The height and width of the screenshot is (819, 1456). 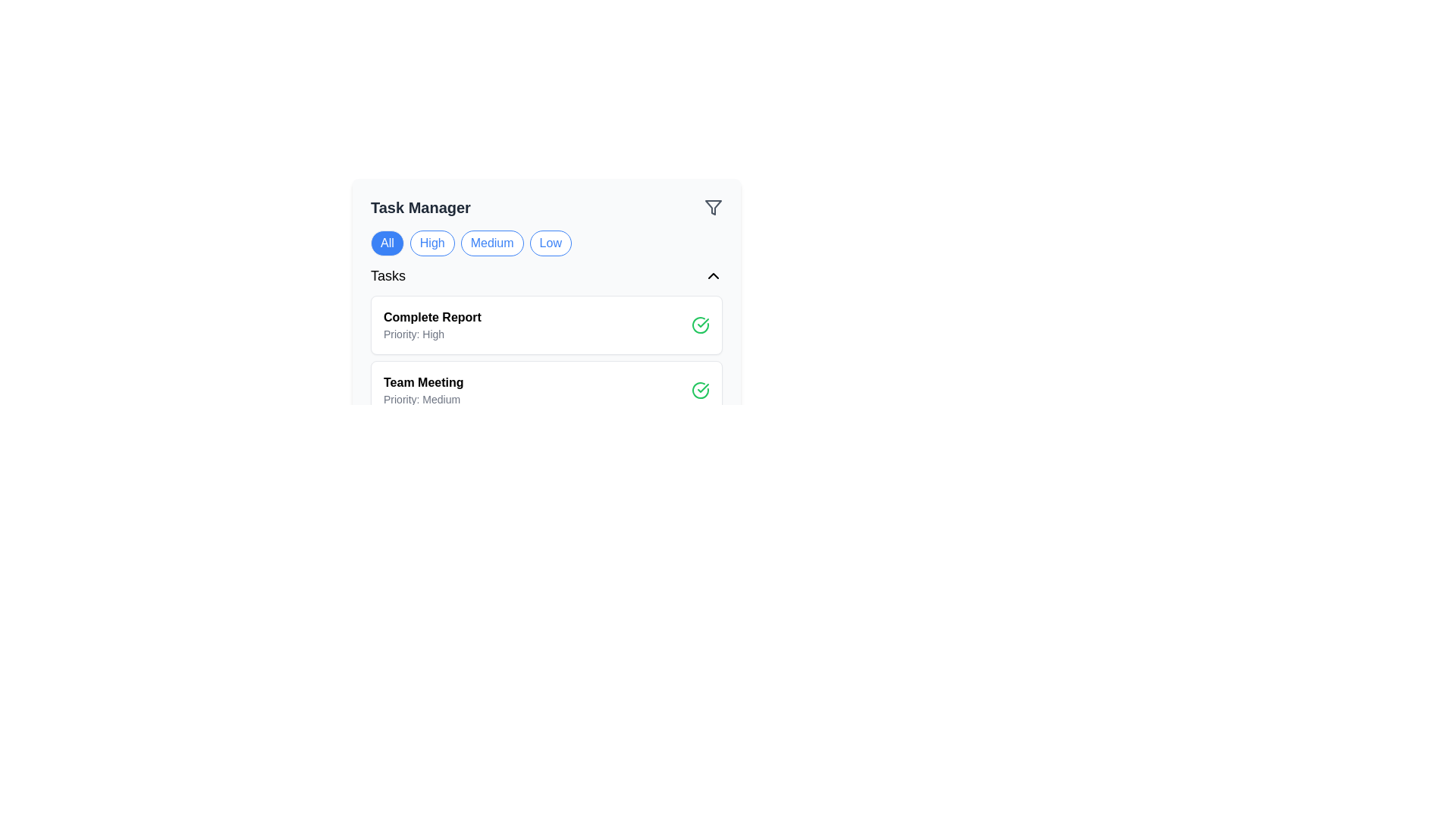 I want to click on the filter SVG Icon located at the top-right corner of the 'Task Manager' section, so click(x=712, y=207).